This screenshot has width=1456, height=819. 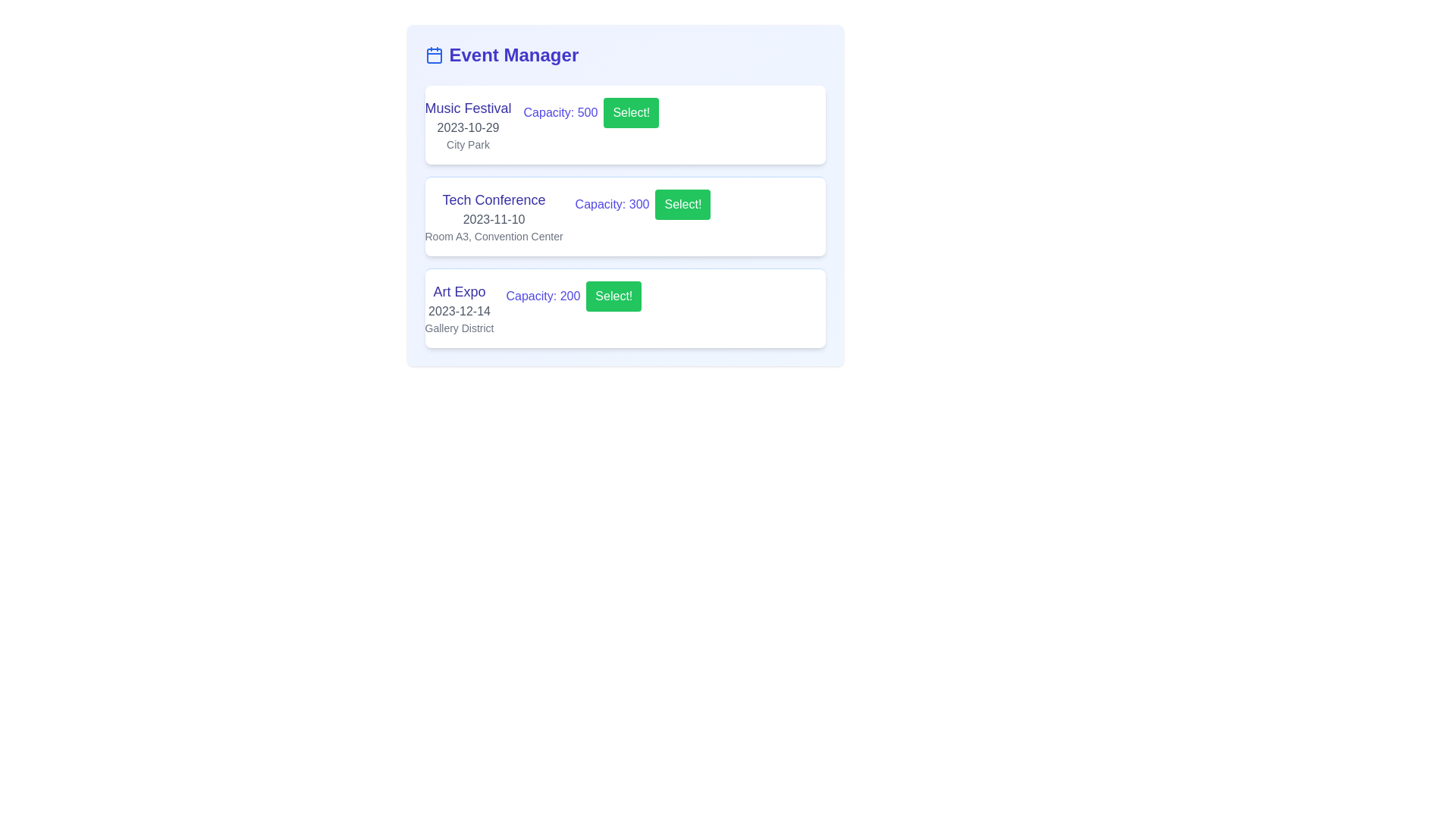 What do you see at coordinates (560, 112) in the screenshot?
I see `the informational static text label displaying the capacity of the 'Music Festival' event in the 'Event Manager' section, located between the event title and the 'Select!' button` at bounding box center [560, 112].